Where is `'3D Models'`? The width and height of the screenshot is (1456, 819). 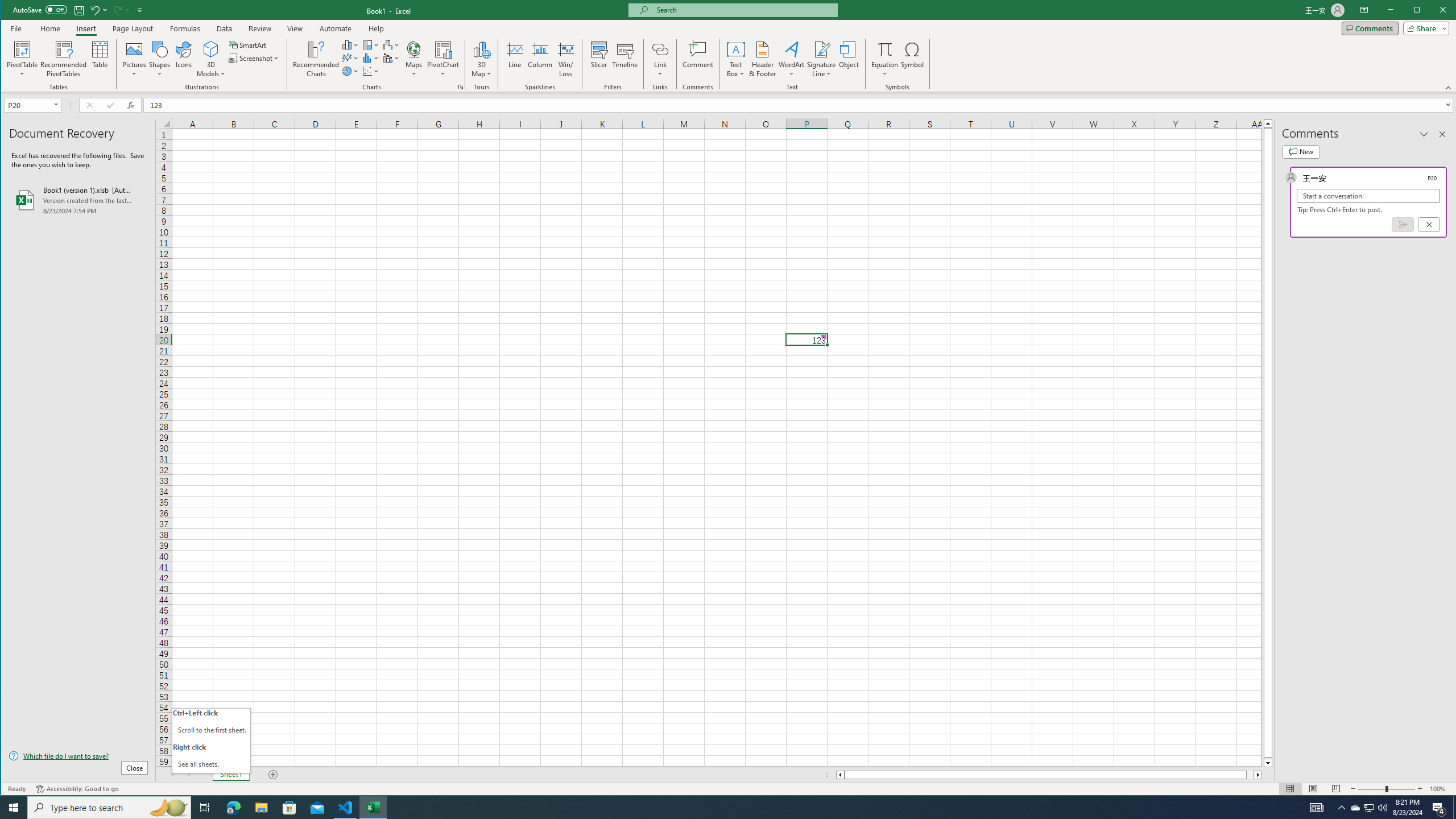
'3D Models' is located at coordinates (210, 48).